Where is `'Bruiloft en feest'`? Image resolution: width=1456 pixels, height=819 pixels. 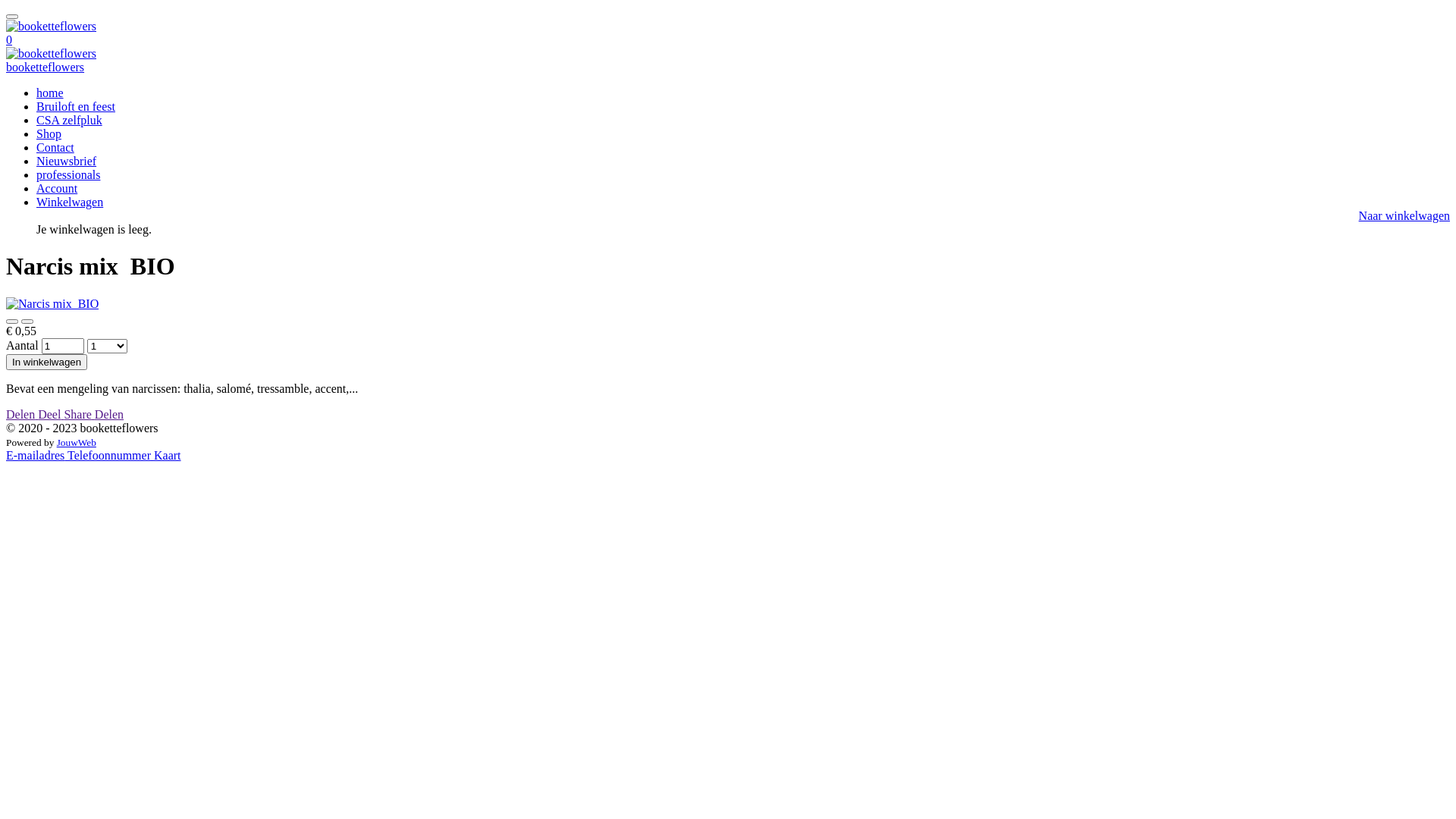
'Bruiloft en feest' is located at coordinates (75, 105).